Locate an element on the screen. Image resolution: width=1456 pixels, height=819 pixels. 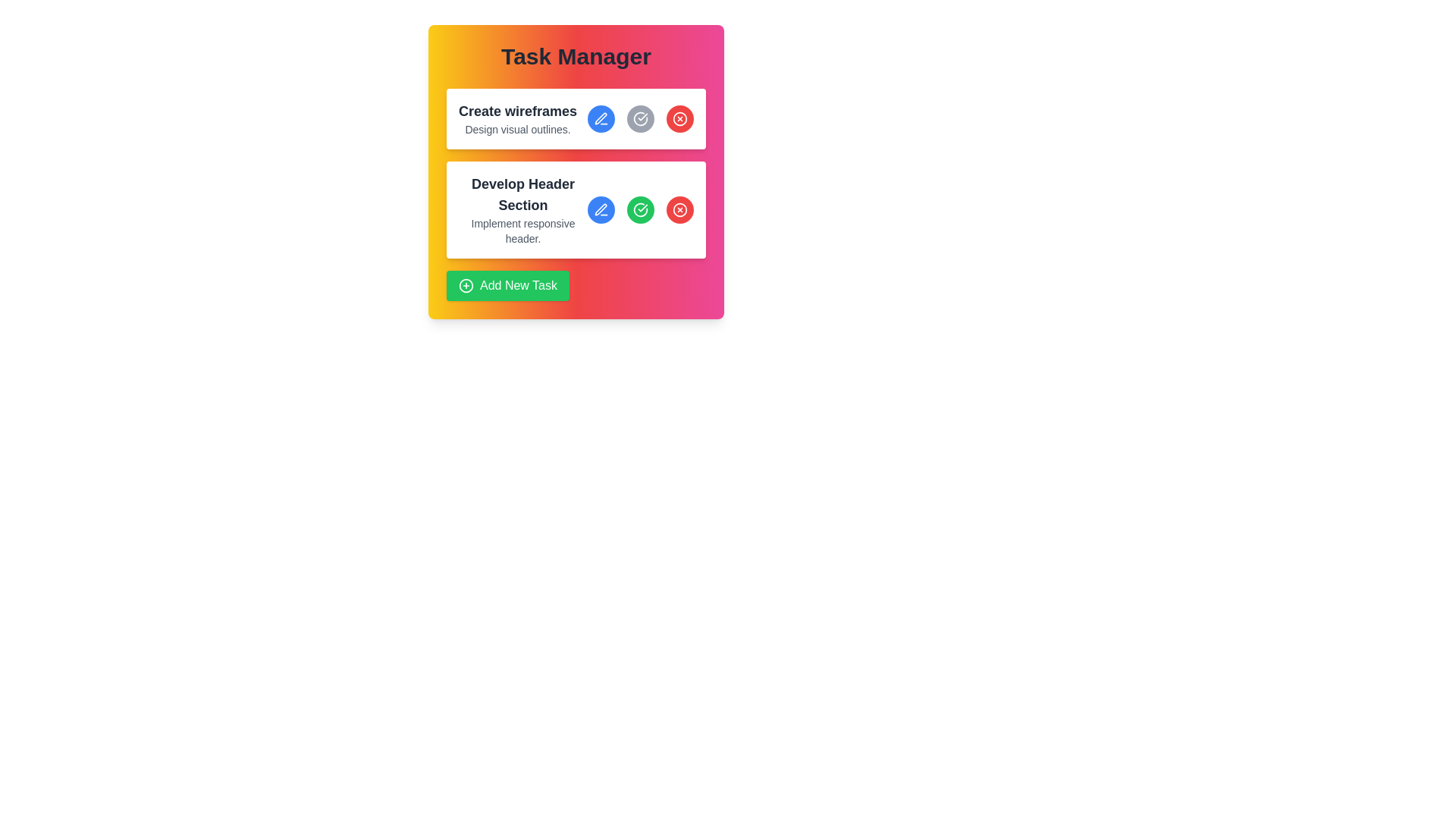
the middle circular action button located to the right of the task titled 'Create wireframes' and 'Design visual outlines' is located at coordinates (640, 118).